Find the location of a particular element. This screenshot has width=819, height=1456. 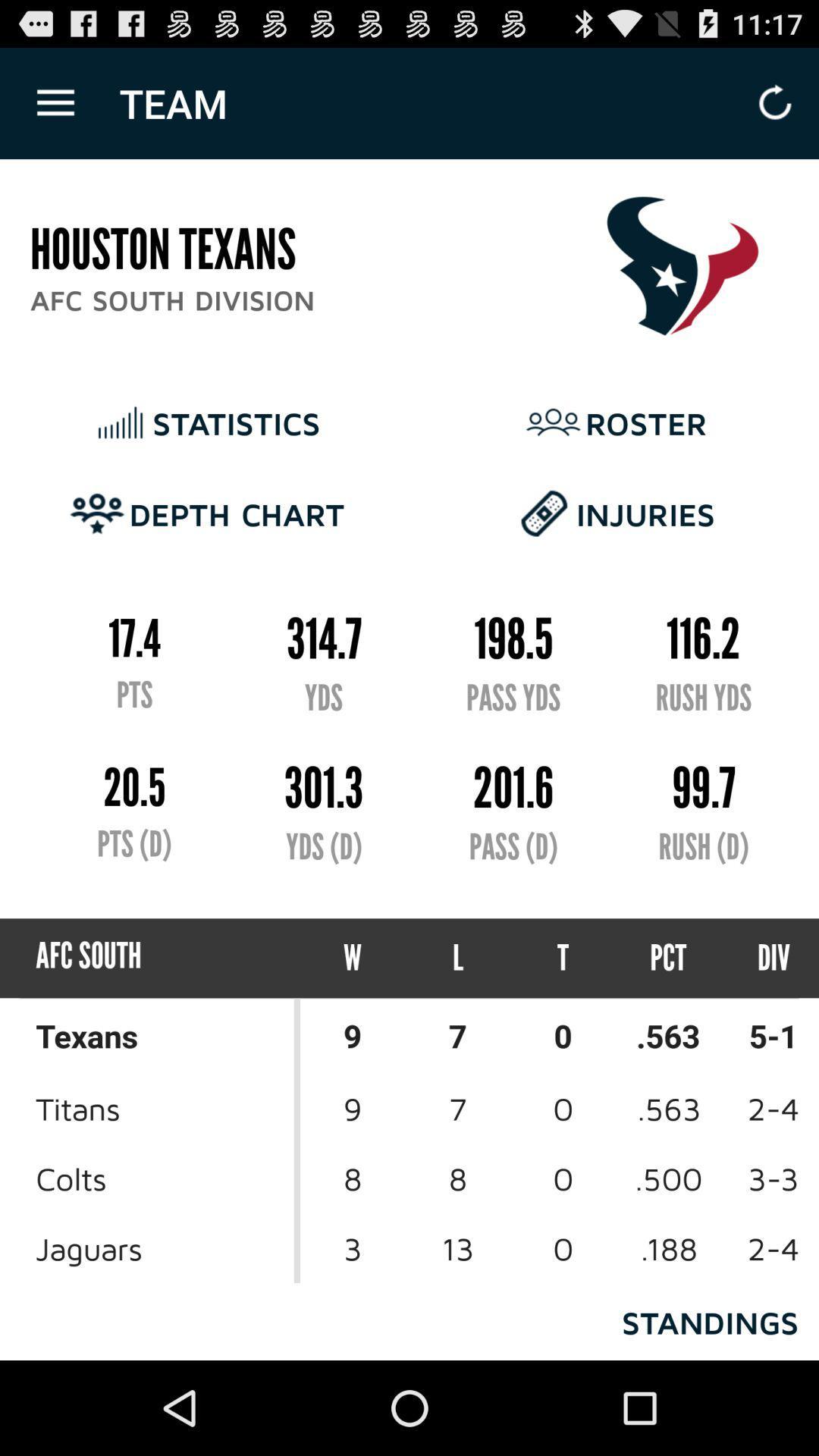

the item next to div is located at coordinates (667, 957).